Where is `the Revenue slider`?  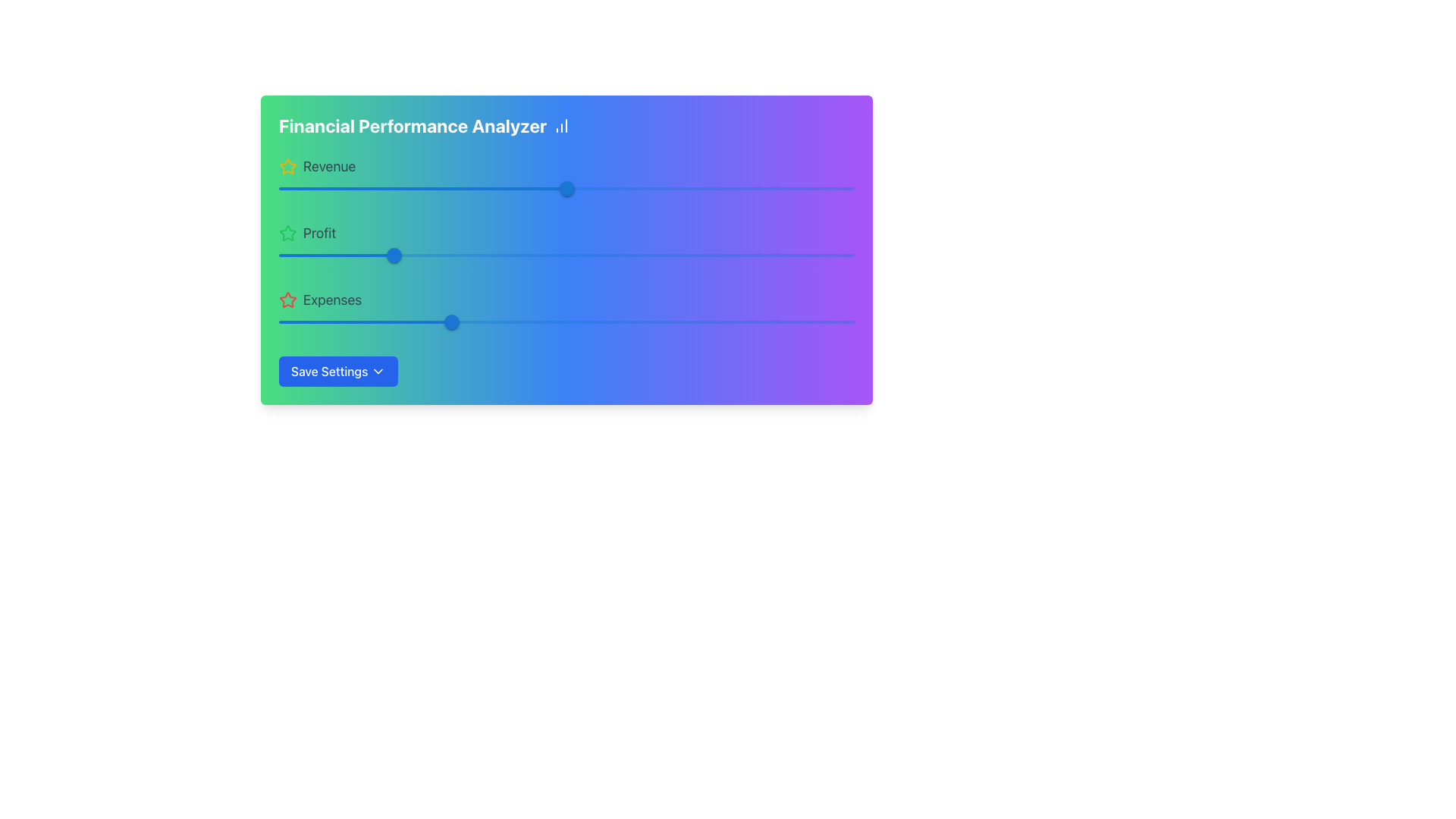 the Revenue slider is located at coordinates (439, 188).